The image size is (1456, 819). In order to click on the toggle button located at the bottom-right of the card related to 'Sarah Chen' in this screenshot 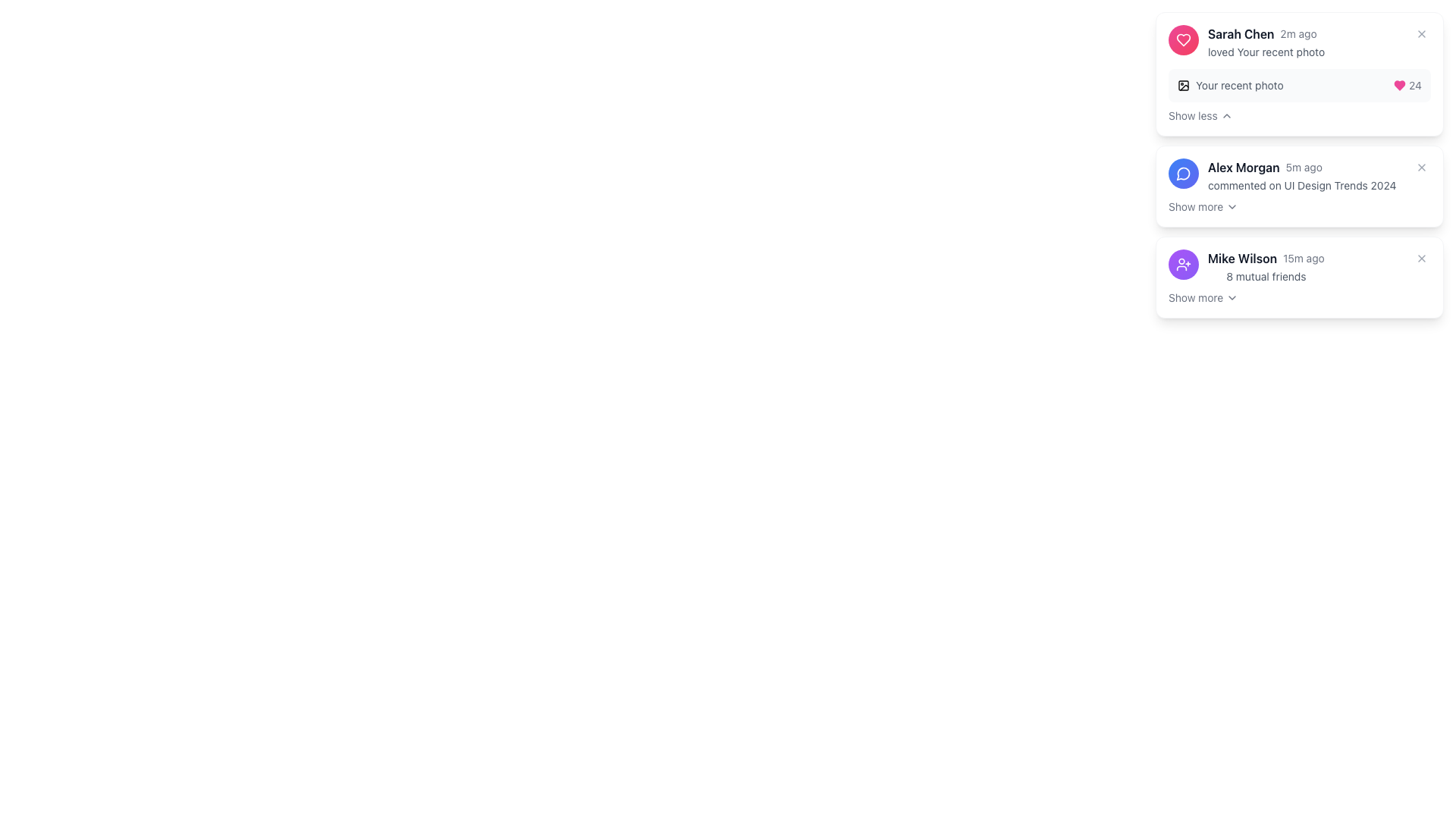, I will do `click(1200, 115)`.